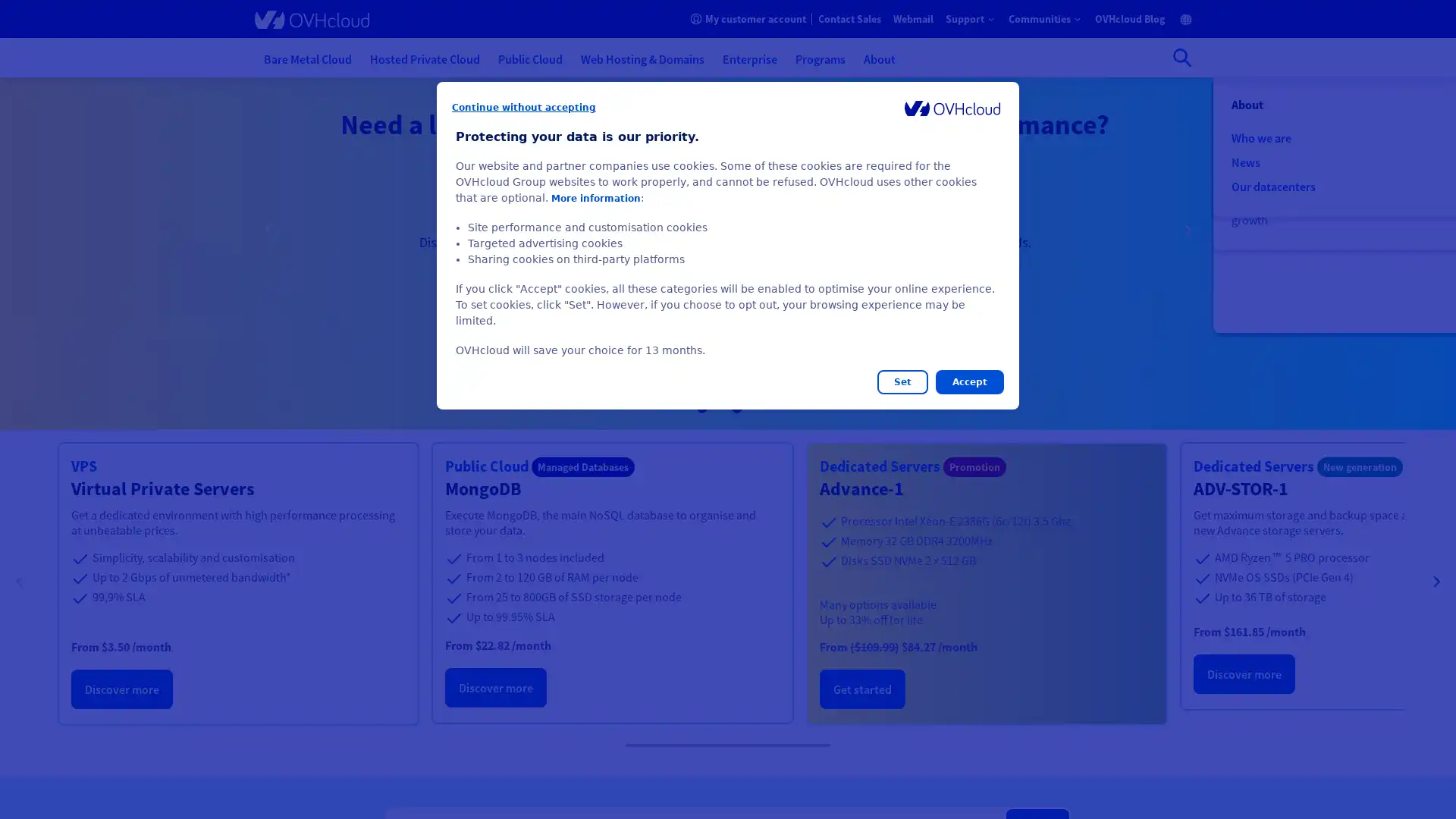 The width and height of the screenshot is (1456, 819). What do you see at coordinates (1181, 57) in the screenshot?
I see `Open search bar` at bounding box center [1181, 57].